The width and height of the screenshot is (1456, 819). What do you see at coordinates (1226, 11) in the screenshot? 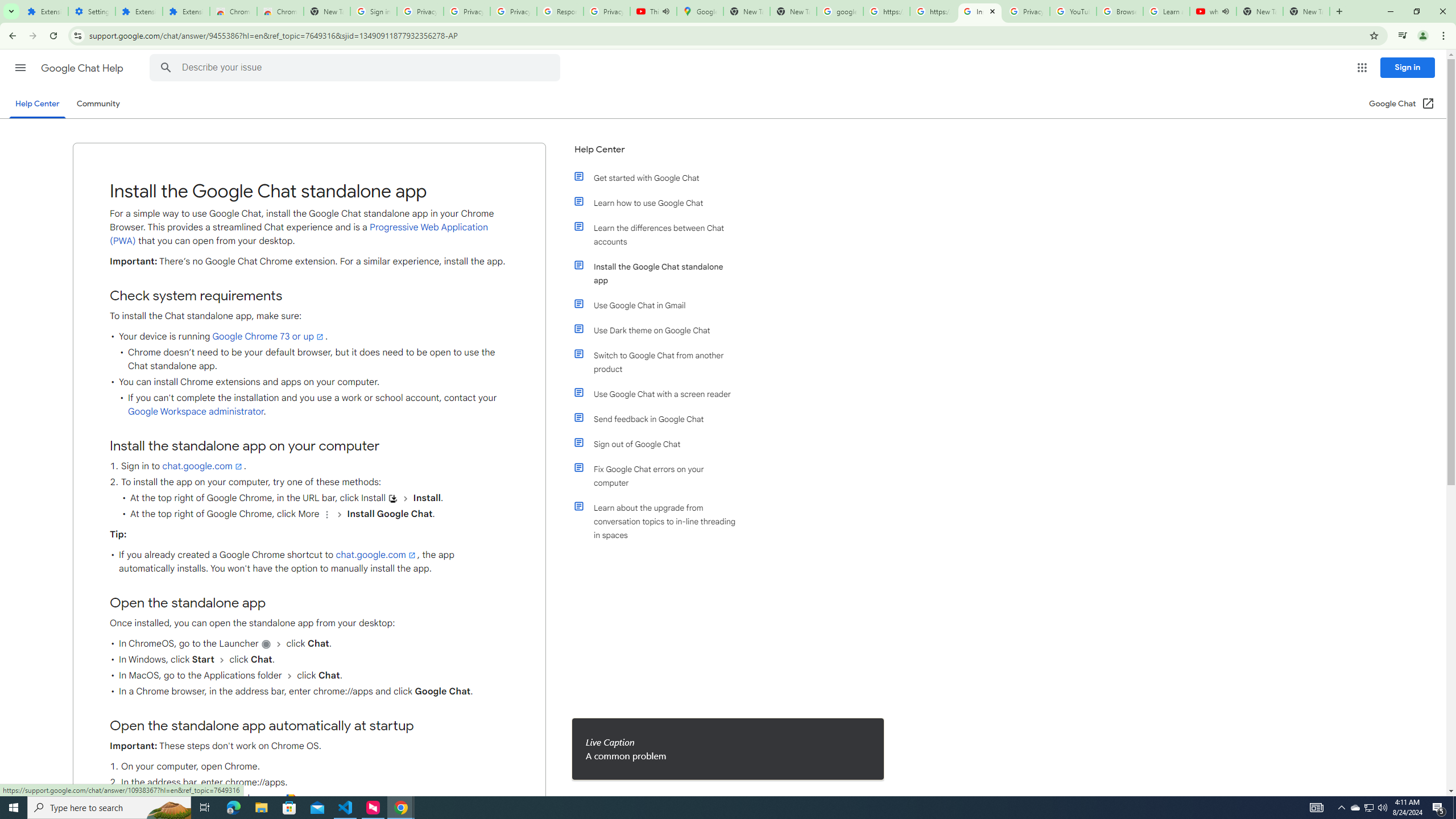
I see `'Mute tab'` at bounding box center [1226, 11].